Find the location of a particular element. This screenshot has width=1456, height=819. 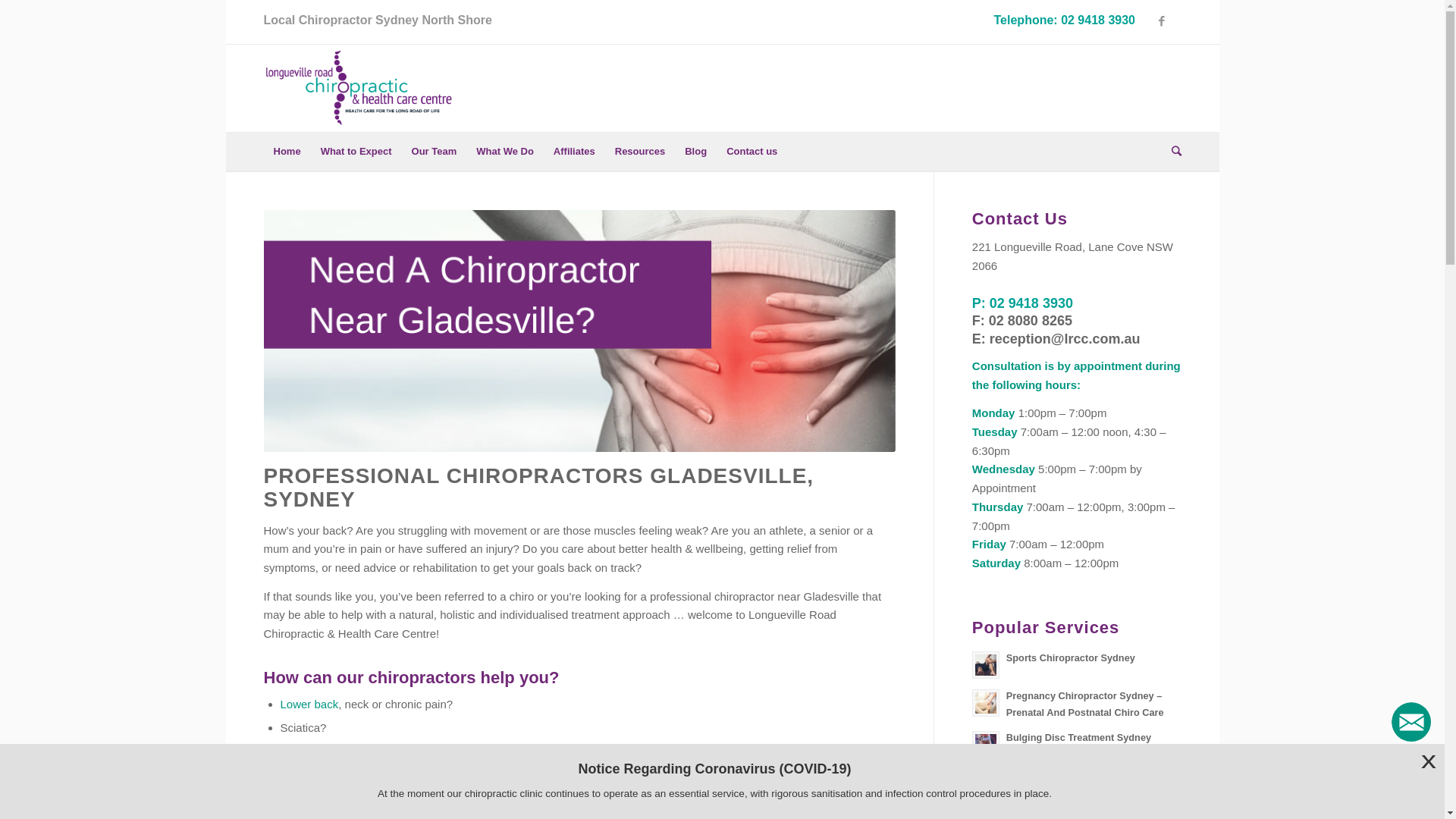

'Affiliates' is located at coordinates (573, 152).